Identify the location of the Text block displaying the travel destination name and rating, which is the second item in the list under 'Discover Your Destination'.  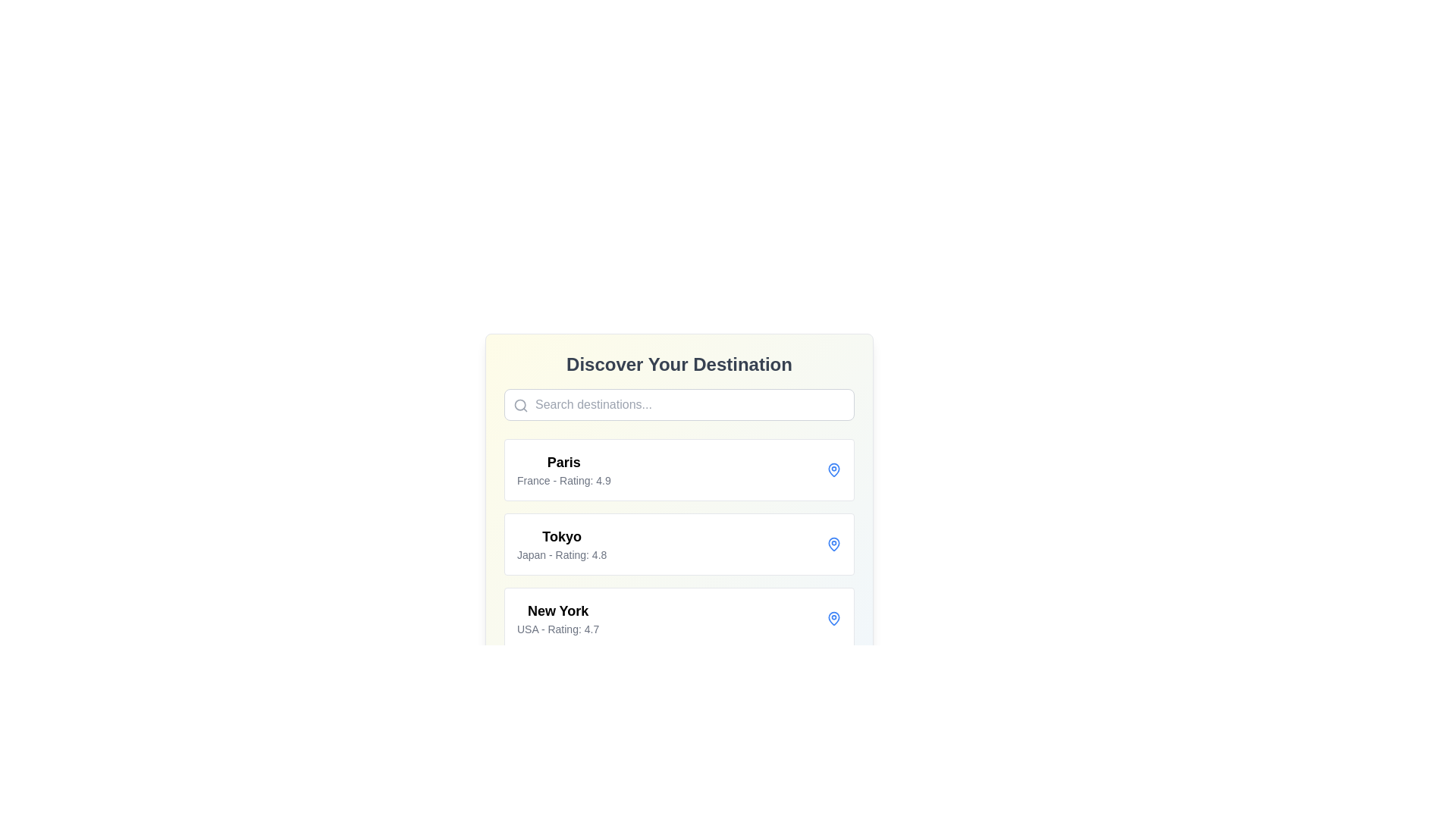
(561, 543).